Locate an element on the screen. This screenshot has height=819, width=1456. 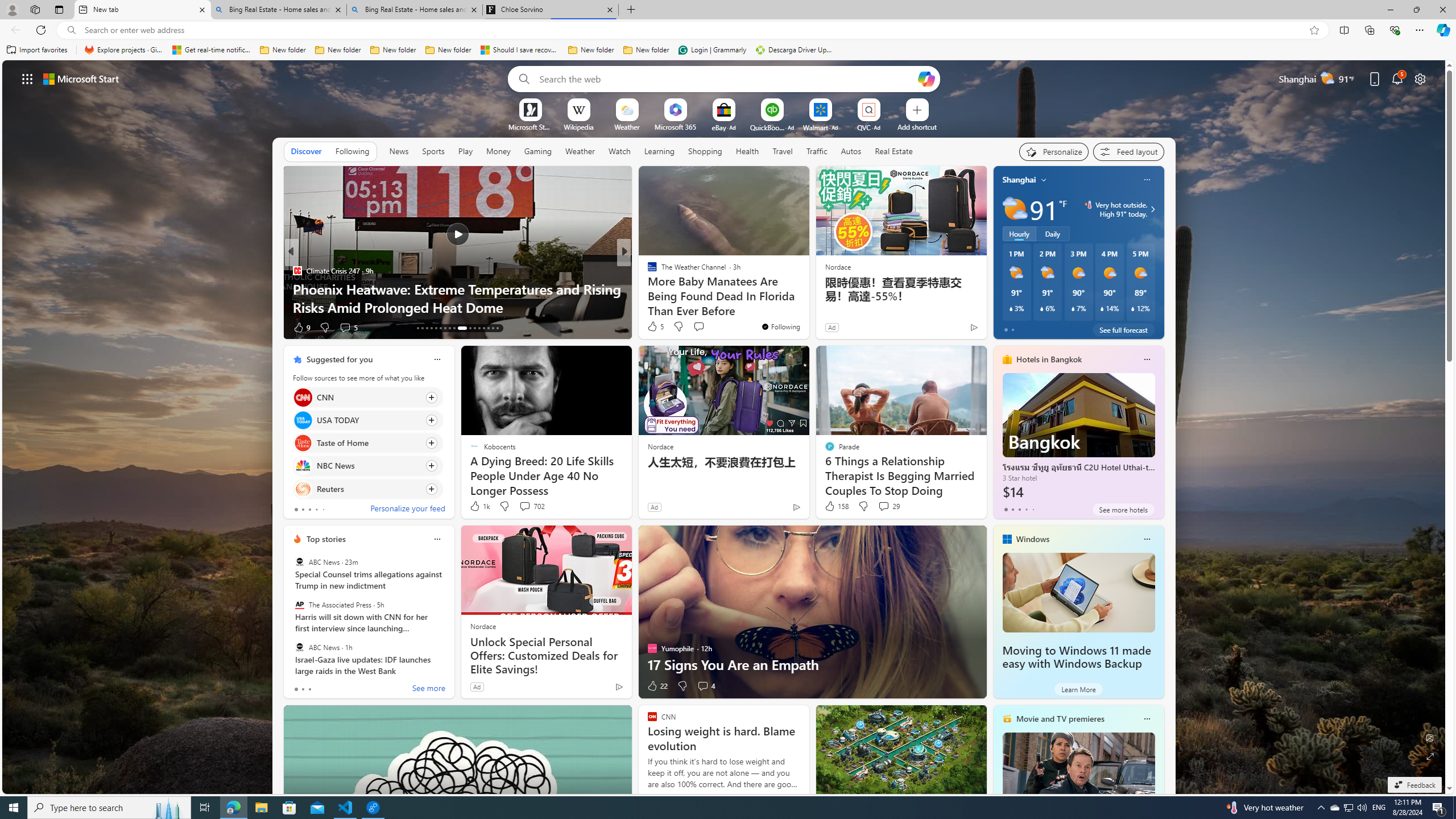
'View comments 19 Comment' is located at coordinates (707, 327).